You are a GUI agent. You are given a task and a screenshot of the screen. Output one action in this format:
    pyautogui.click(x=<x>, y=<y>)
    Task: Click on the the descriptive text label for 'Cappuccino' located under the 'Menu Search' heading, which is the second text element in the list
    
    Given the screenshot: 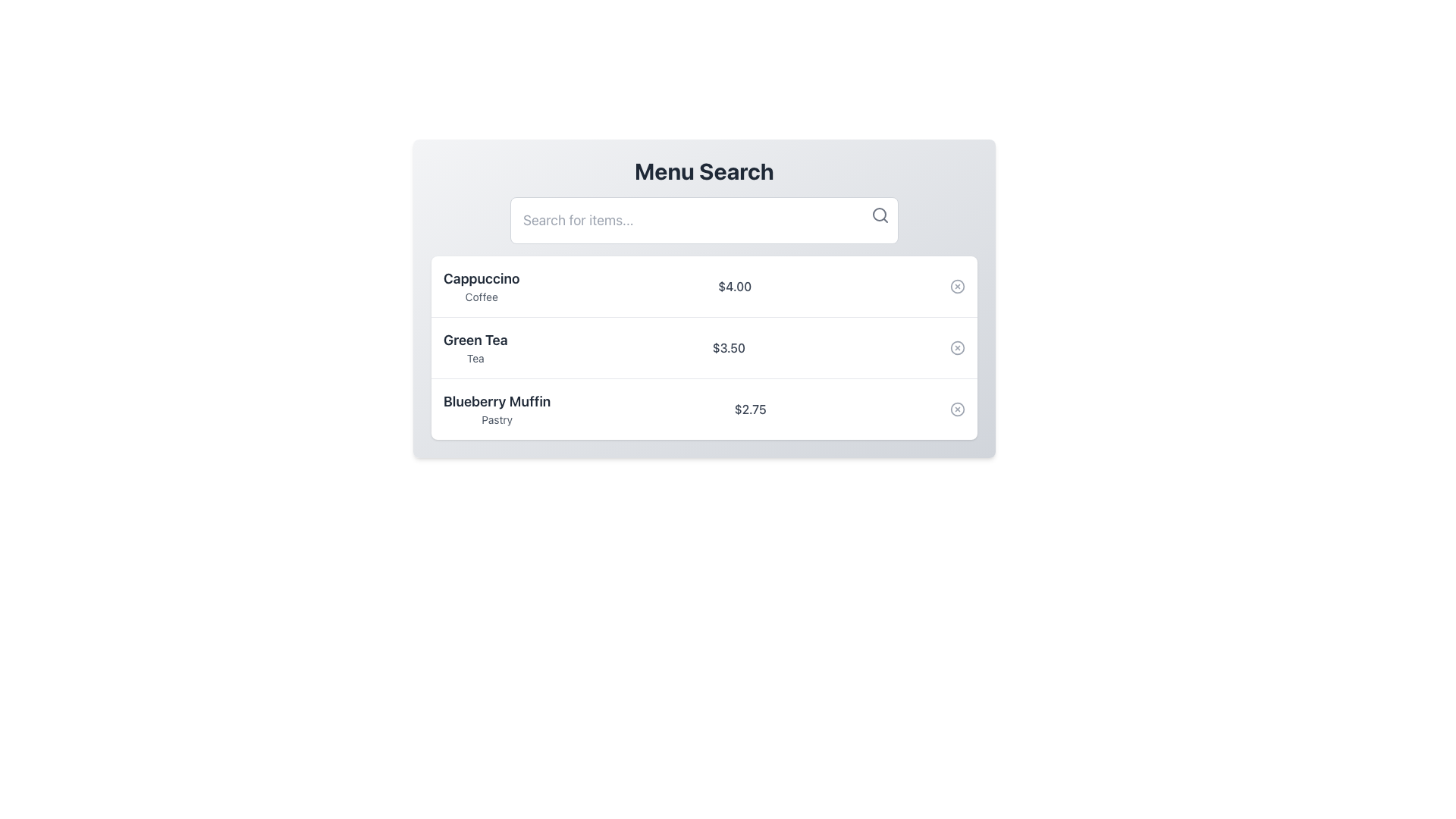 What is the action you would take?
    pyautogui.click(x=481, y=297)
    